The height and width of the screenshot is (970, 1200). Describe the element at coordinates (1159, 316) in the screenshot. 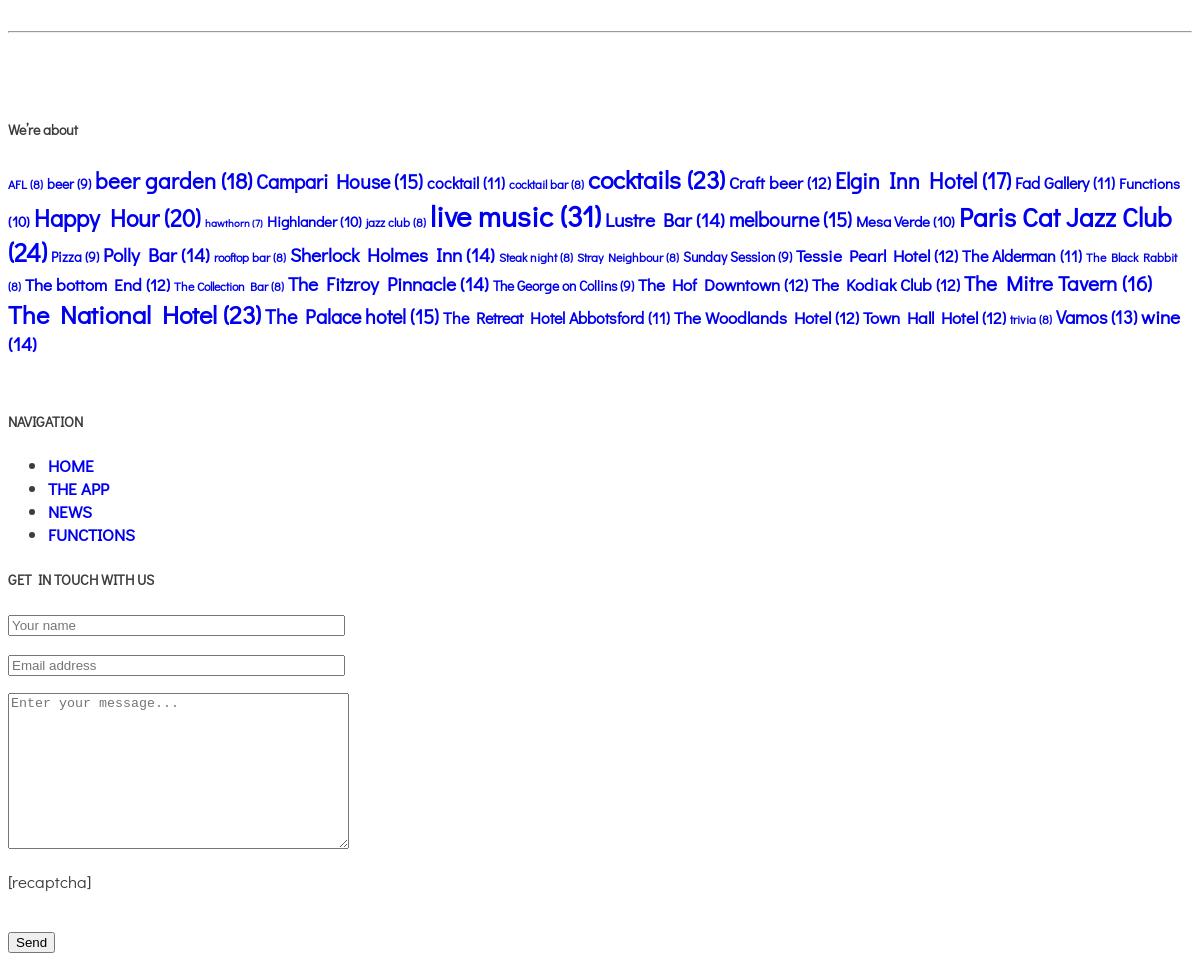

I see `'wine'` at that location.